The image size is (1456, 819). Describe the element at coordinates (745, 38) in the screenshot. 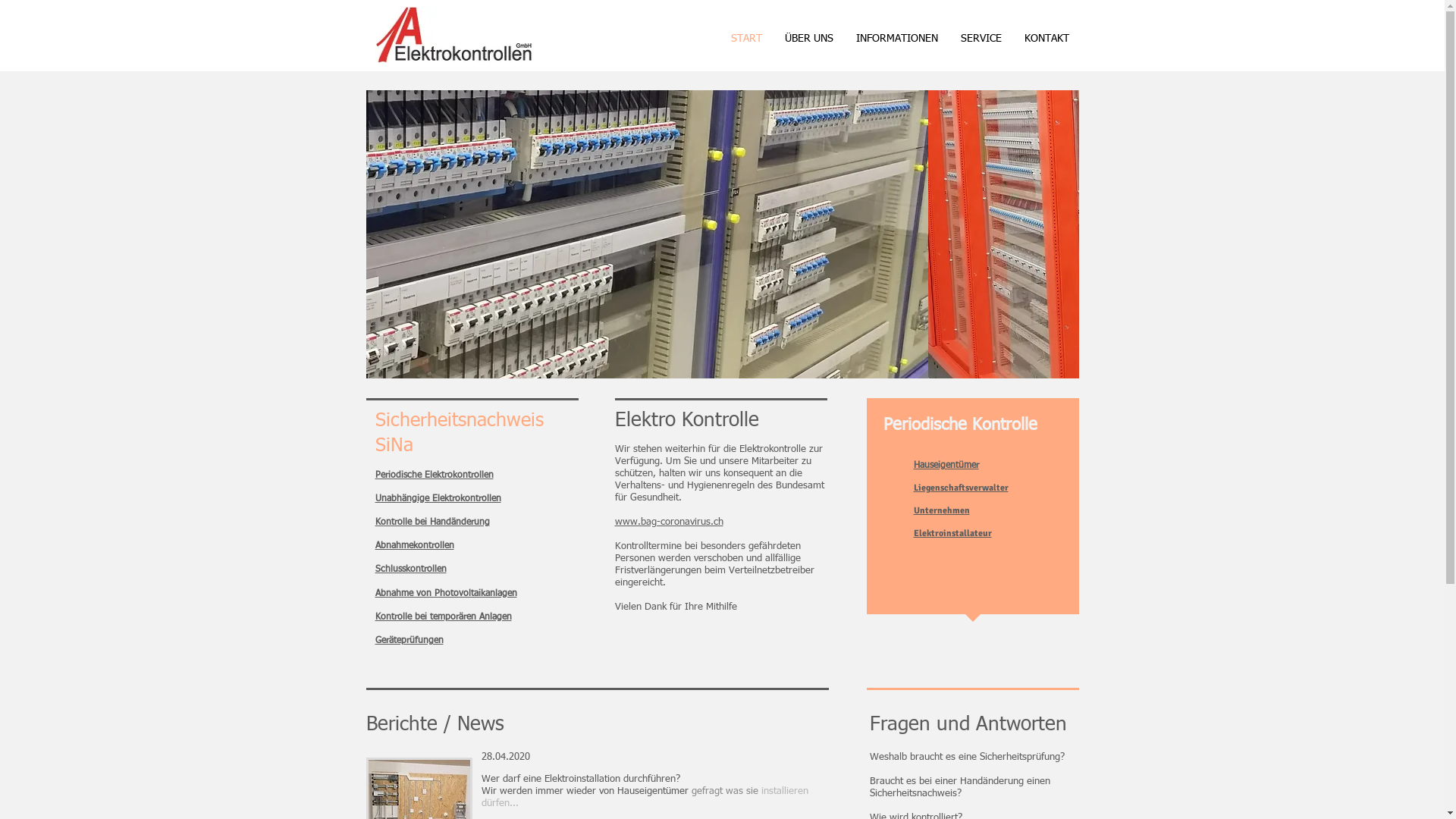

I see `'START'` at that location.